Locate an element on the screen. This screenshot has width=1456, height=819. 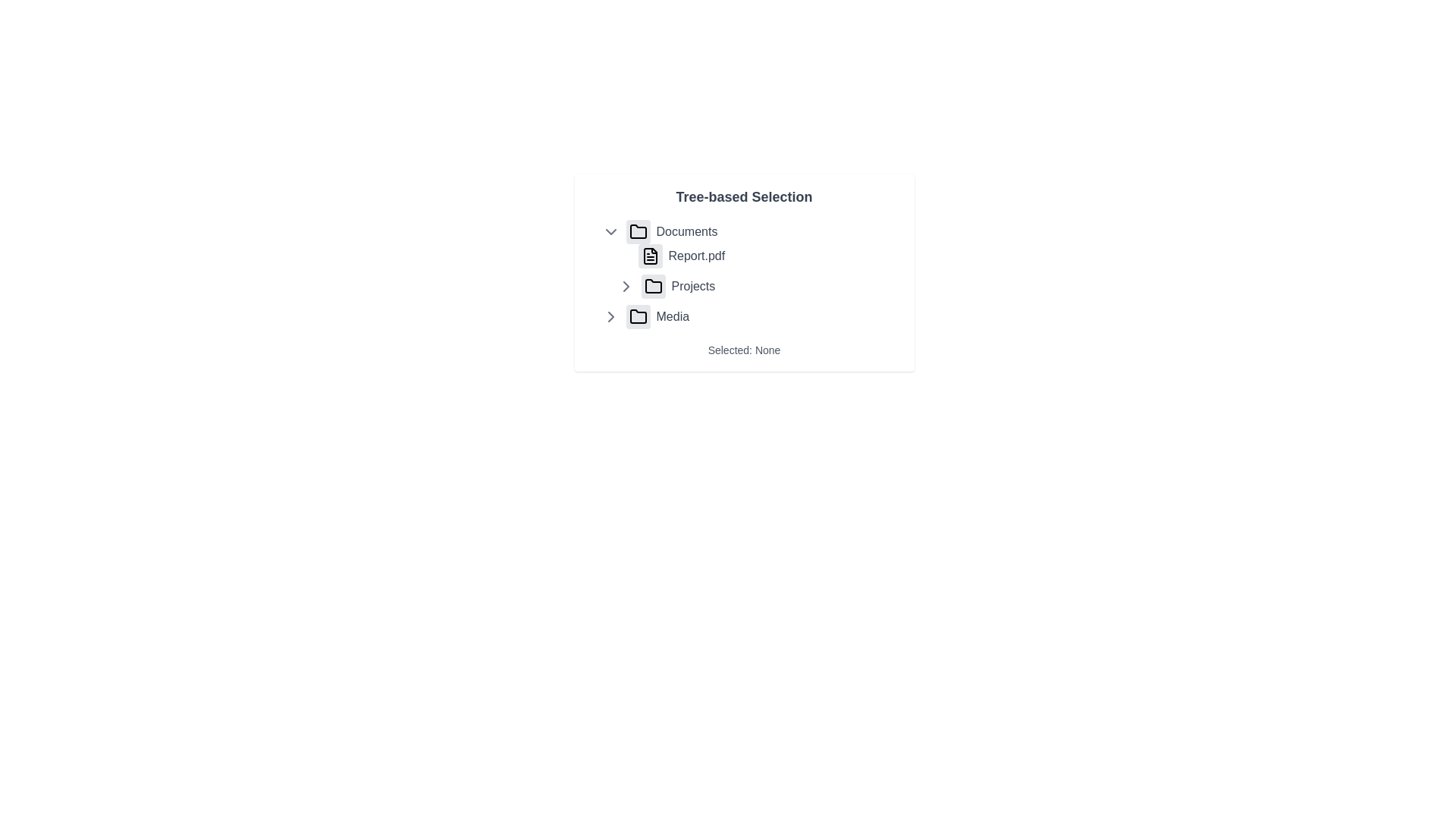
the third button in the row, located between a left-pointing arrow icon and a 'Media' label is located at coordinates (638, 315).